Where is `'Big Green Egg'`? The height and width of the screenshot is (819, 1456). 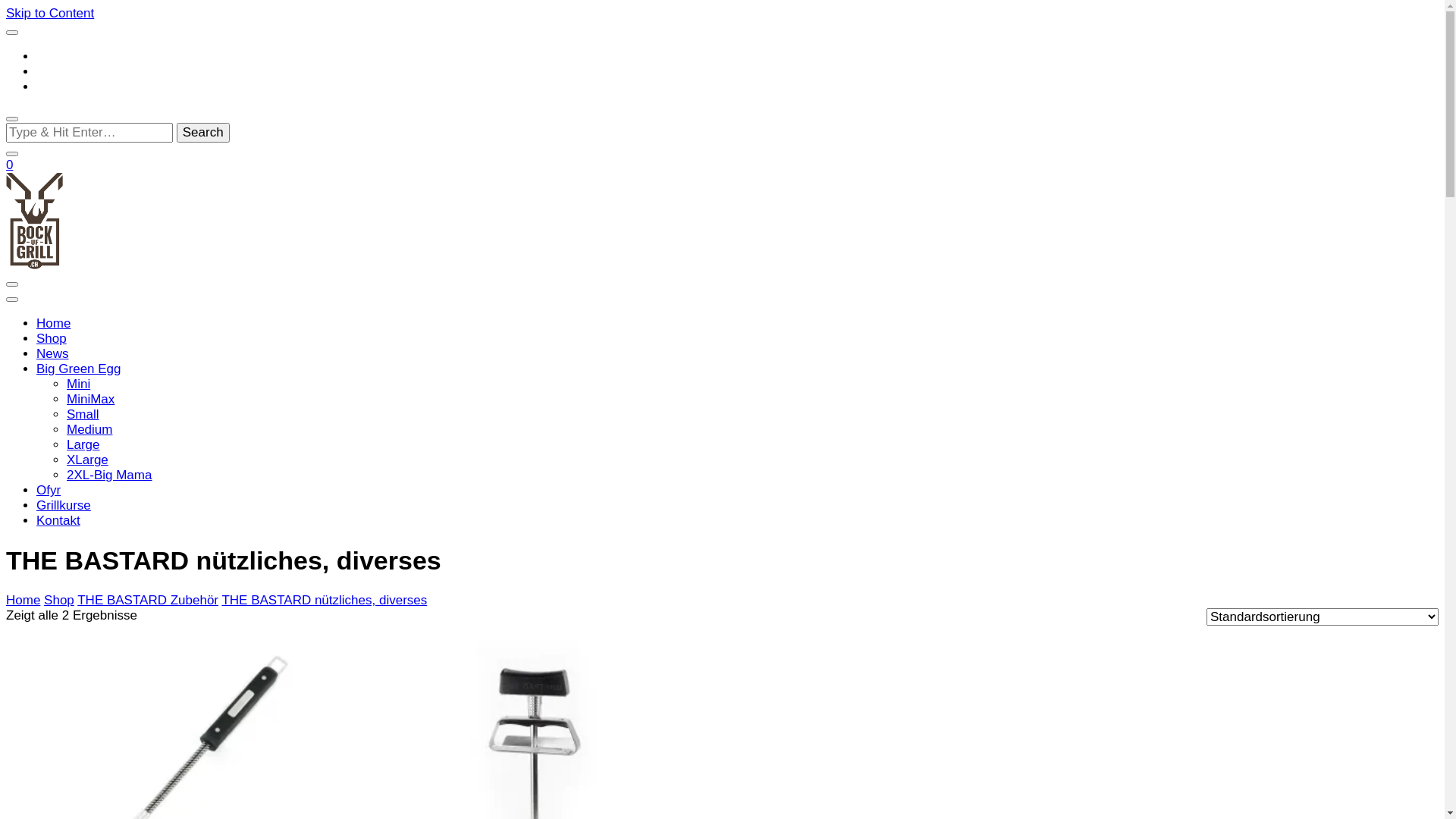
'Big Green Egg' is located at coordinates (78, 369).